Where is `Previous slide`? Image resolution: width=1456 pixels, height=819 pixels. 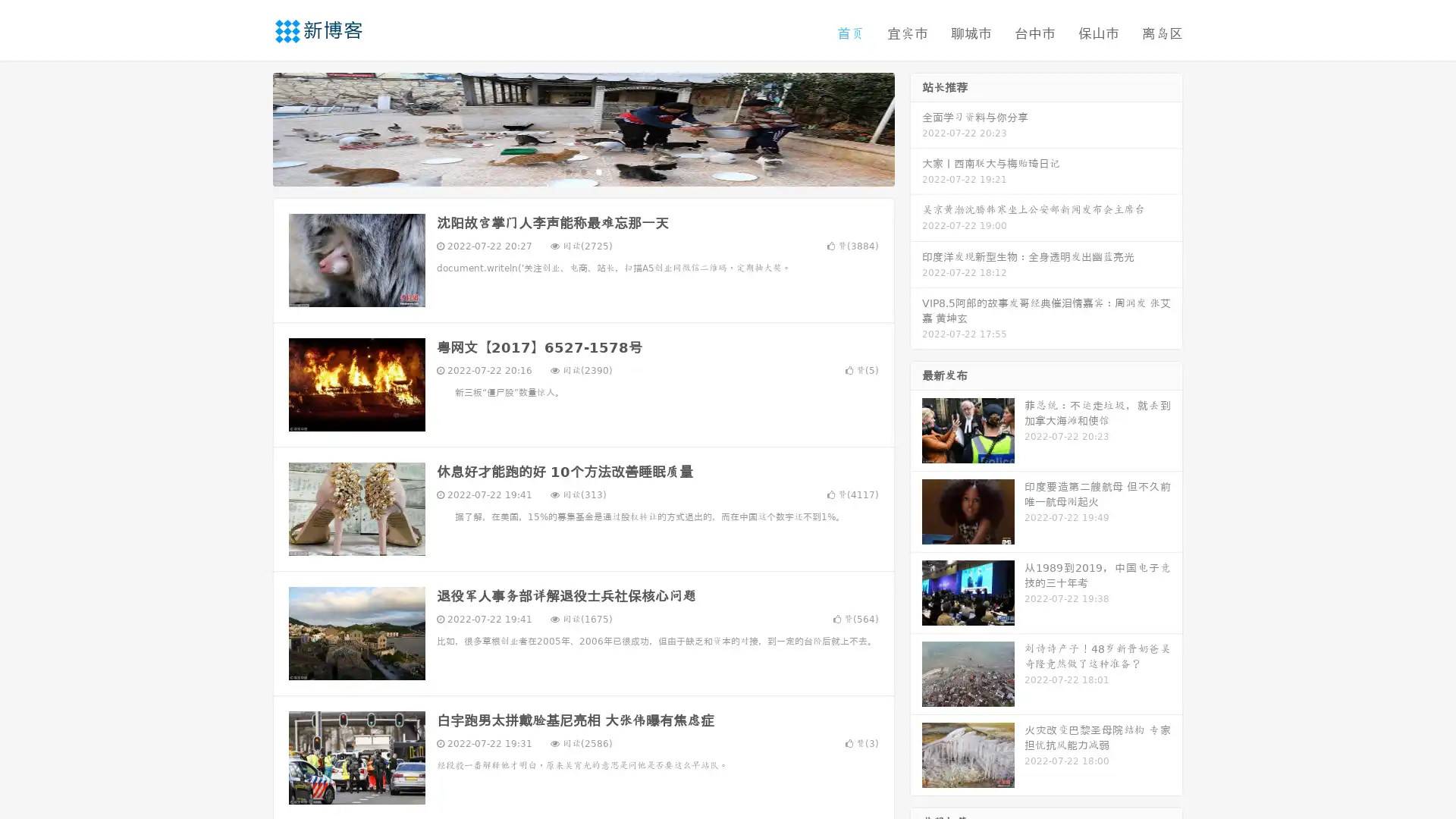 Previous slide is located at coordinates (250, 127).